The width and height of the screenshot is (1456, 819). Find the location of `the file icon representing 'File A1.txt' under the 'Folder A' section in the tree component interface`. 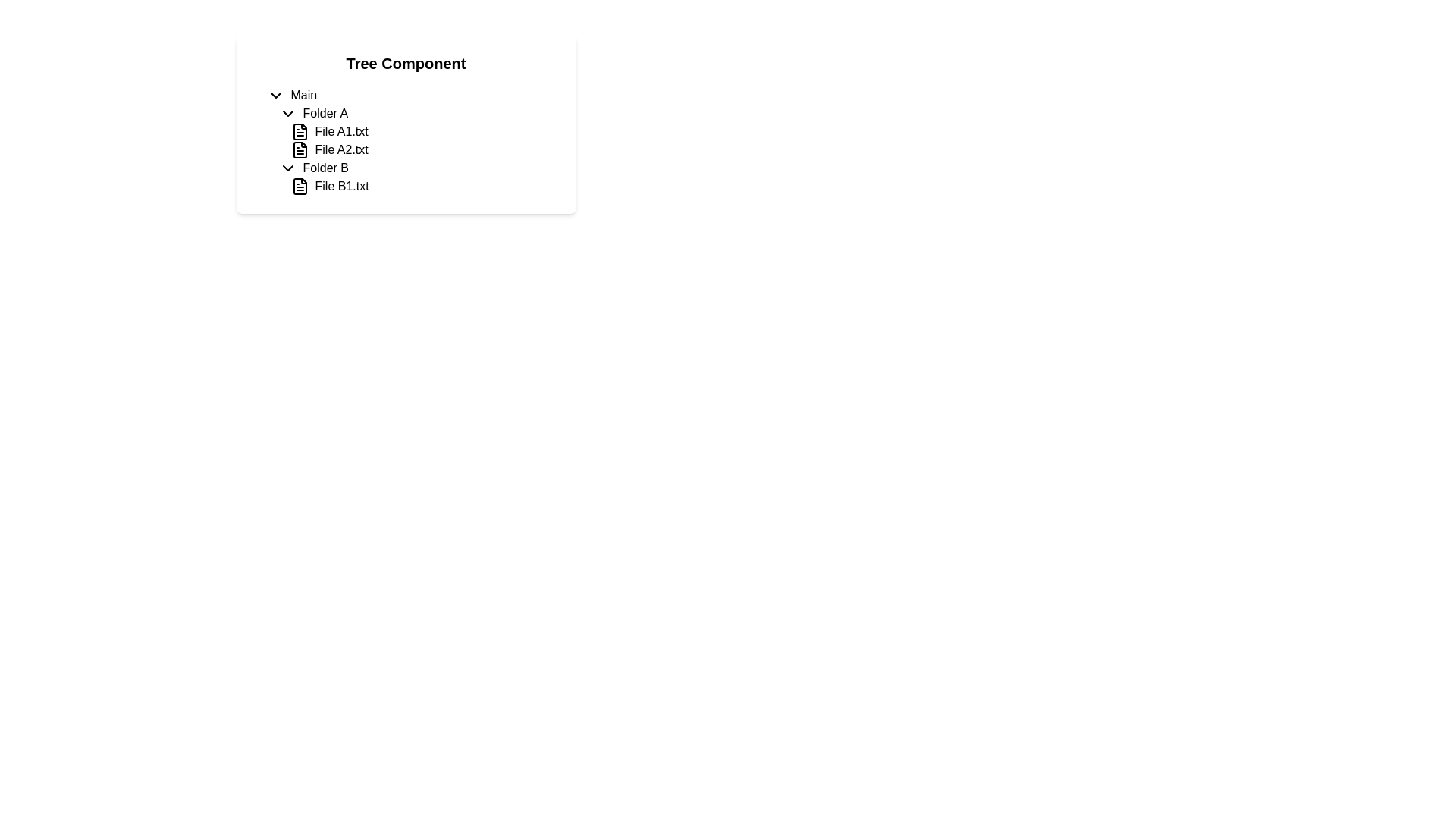

the file icon representing 'File A1.txt' under the 'Folder A' section in the tree component interface is located at coordinates (300, 130).